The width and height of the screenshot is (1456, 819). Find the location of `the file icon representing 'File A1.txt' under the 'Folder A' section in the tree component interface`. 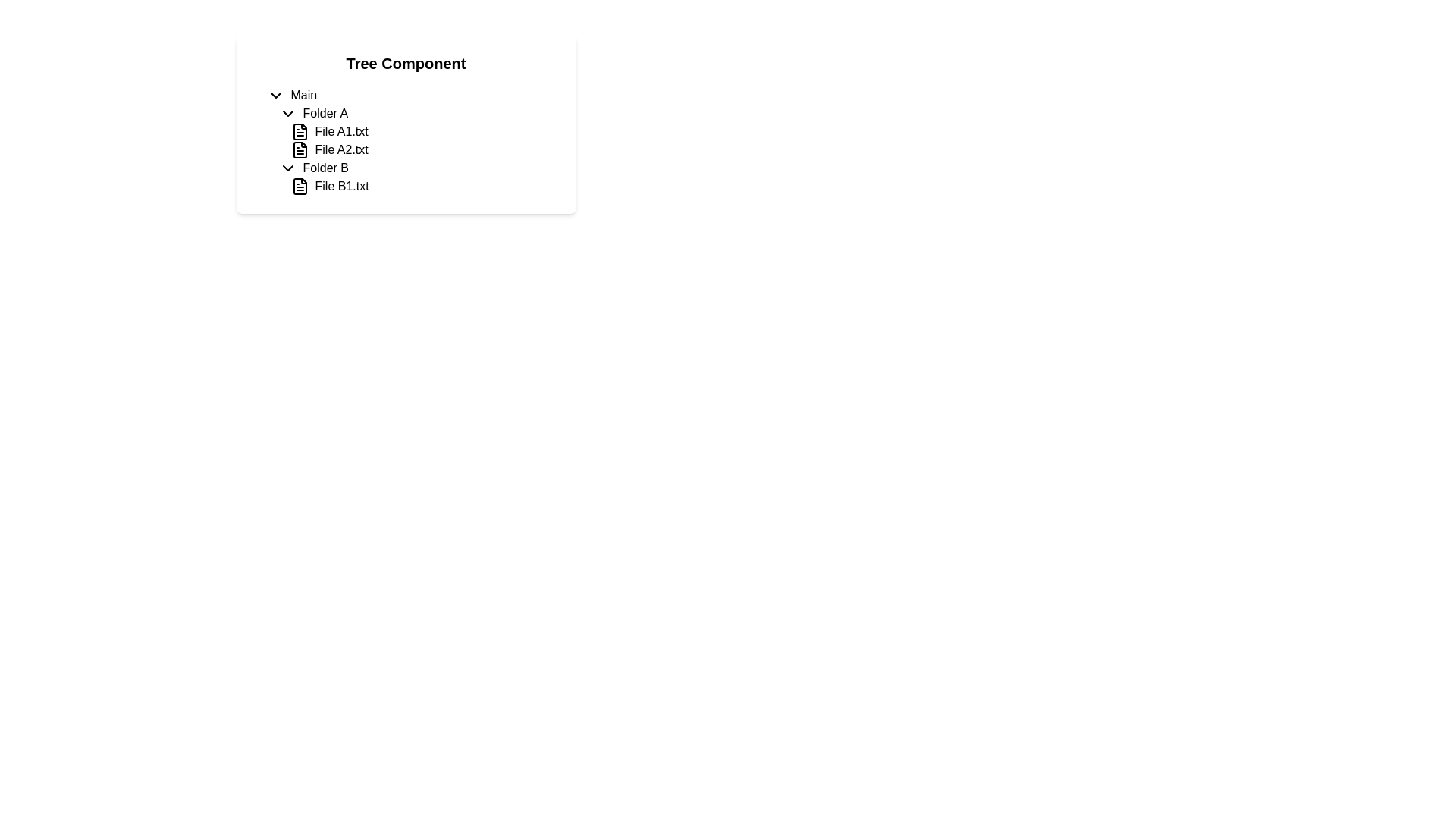

the file icon representing 'File A1.txt' under the 'Folder A' section in the tree component interface is located at coordinates (300, 130).